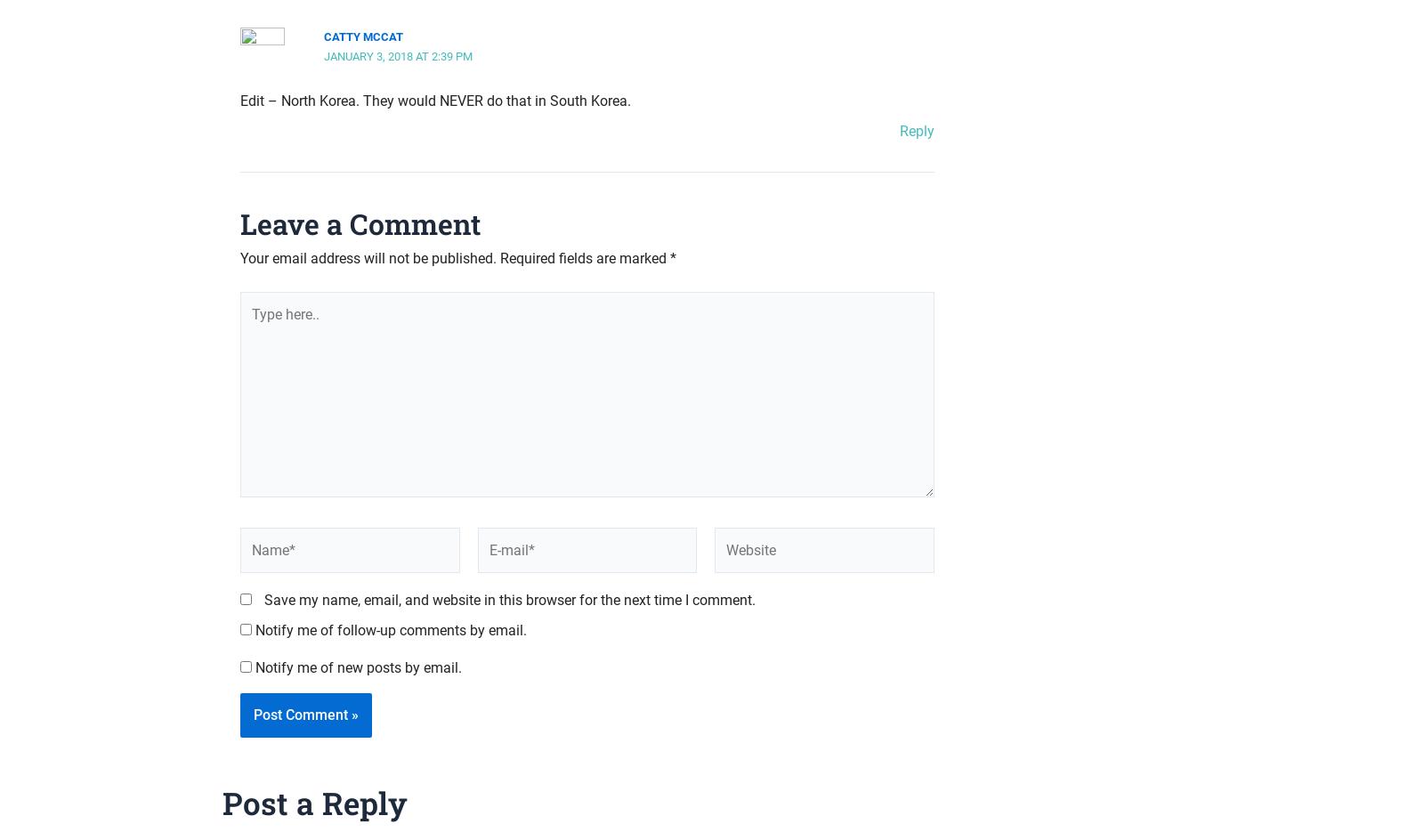  What do you see at coordinates (222, 800) in the screenshot?
I see `'Post a Reply'` at bounding box center [222, 800].